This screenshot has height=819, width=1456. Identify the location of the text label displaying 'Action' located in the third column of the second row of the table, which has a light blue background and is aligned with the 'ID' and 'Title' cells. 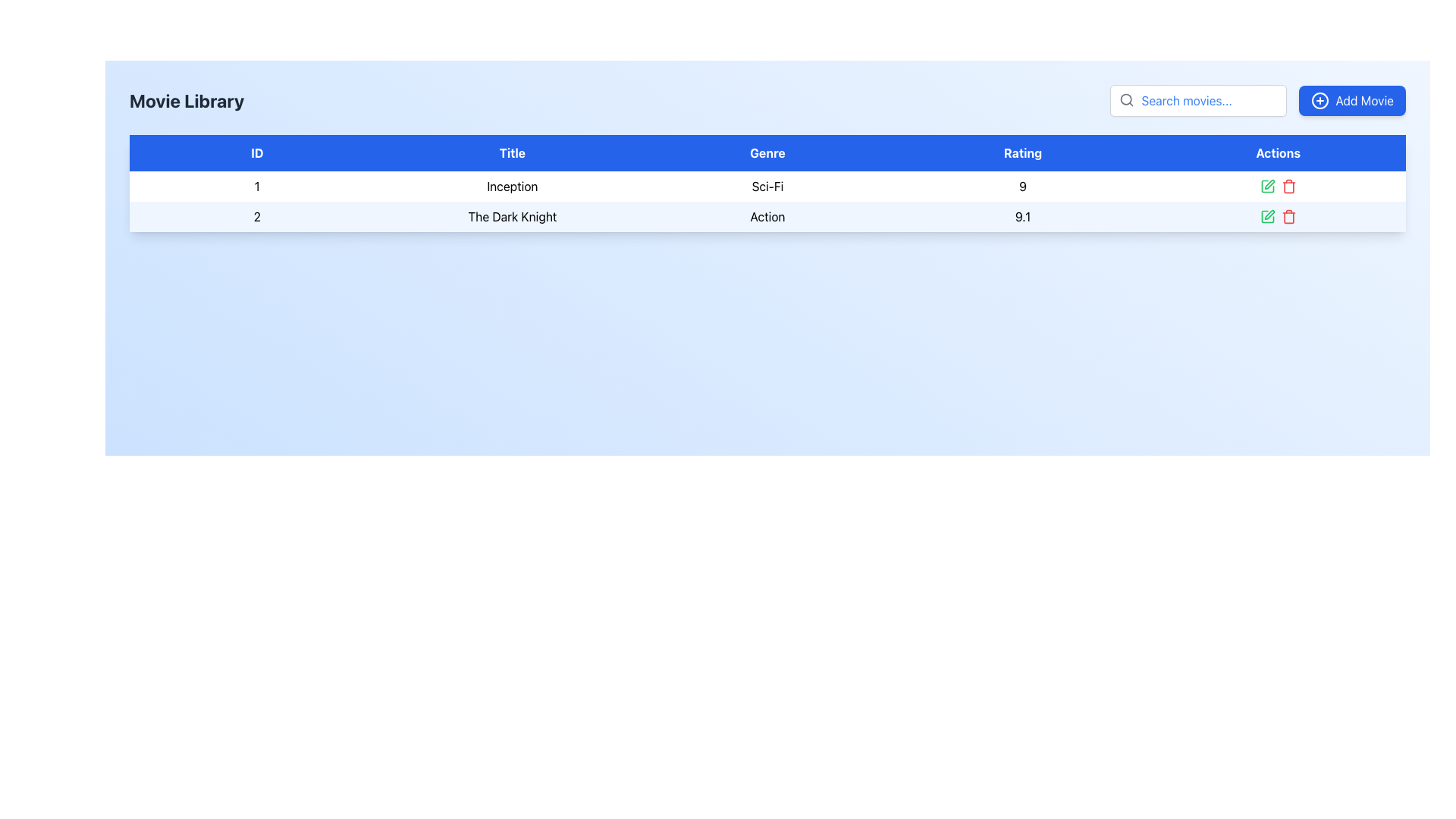
(767, 216).